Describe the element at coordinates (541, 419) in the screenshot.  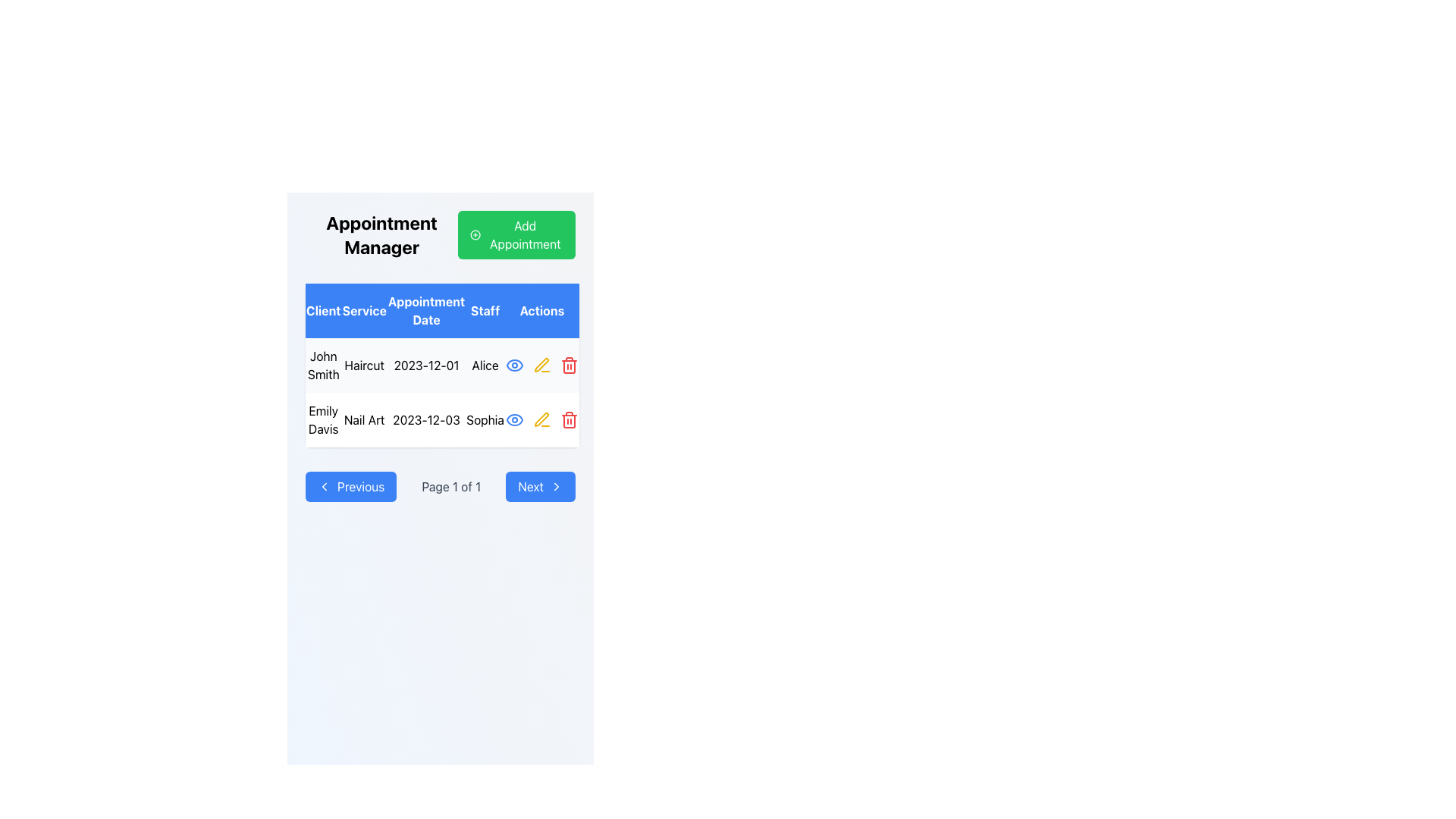
I see `the SVG-based edit button located in the 'Actions' column of the second row in the data table` at that location.